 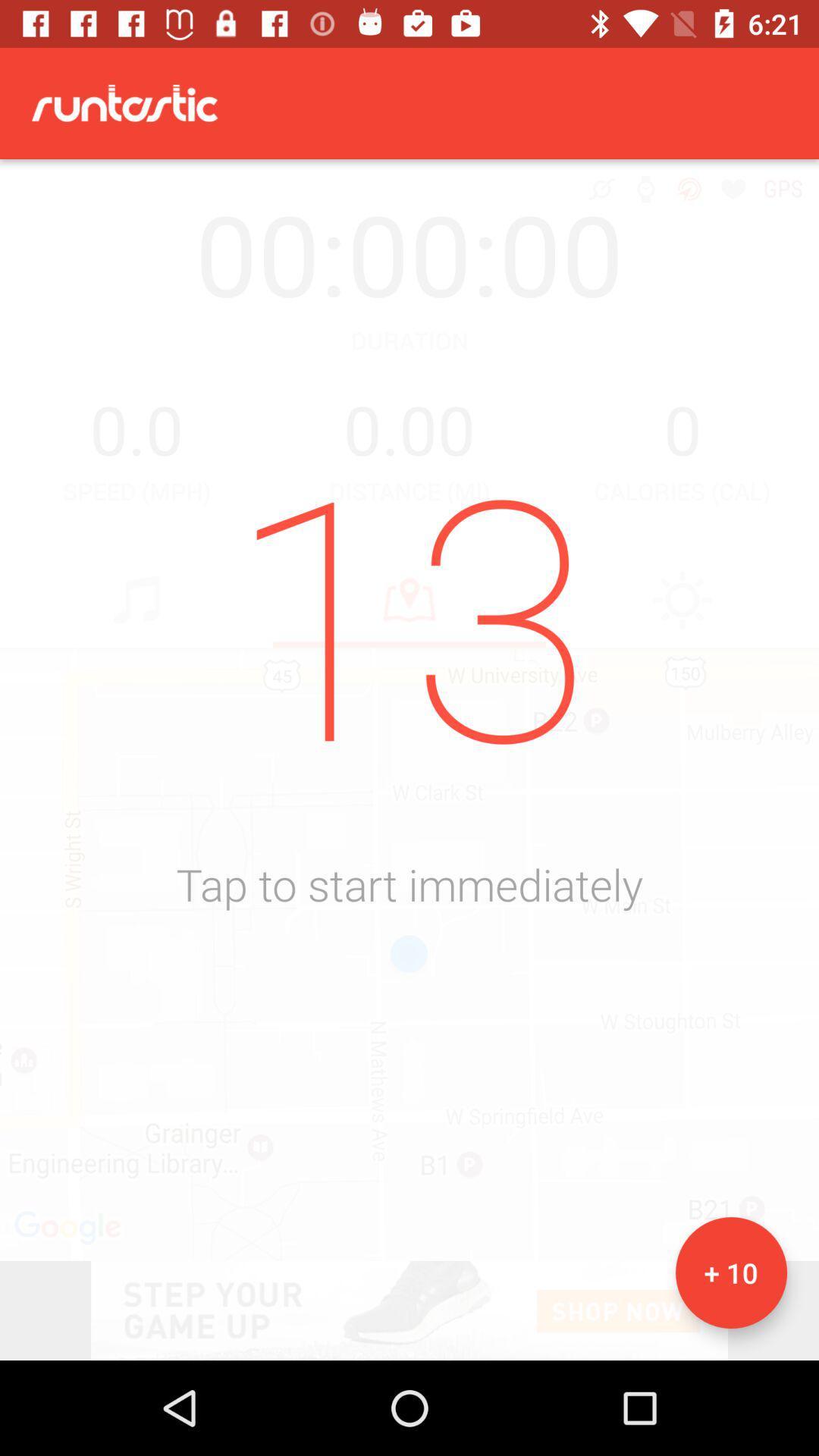 I want to click on the icon which is at the bottom right of the page, so click(x=730, y=1272).